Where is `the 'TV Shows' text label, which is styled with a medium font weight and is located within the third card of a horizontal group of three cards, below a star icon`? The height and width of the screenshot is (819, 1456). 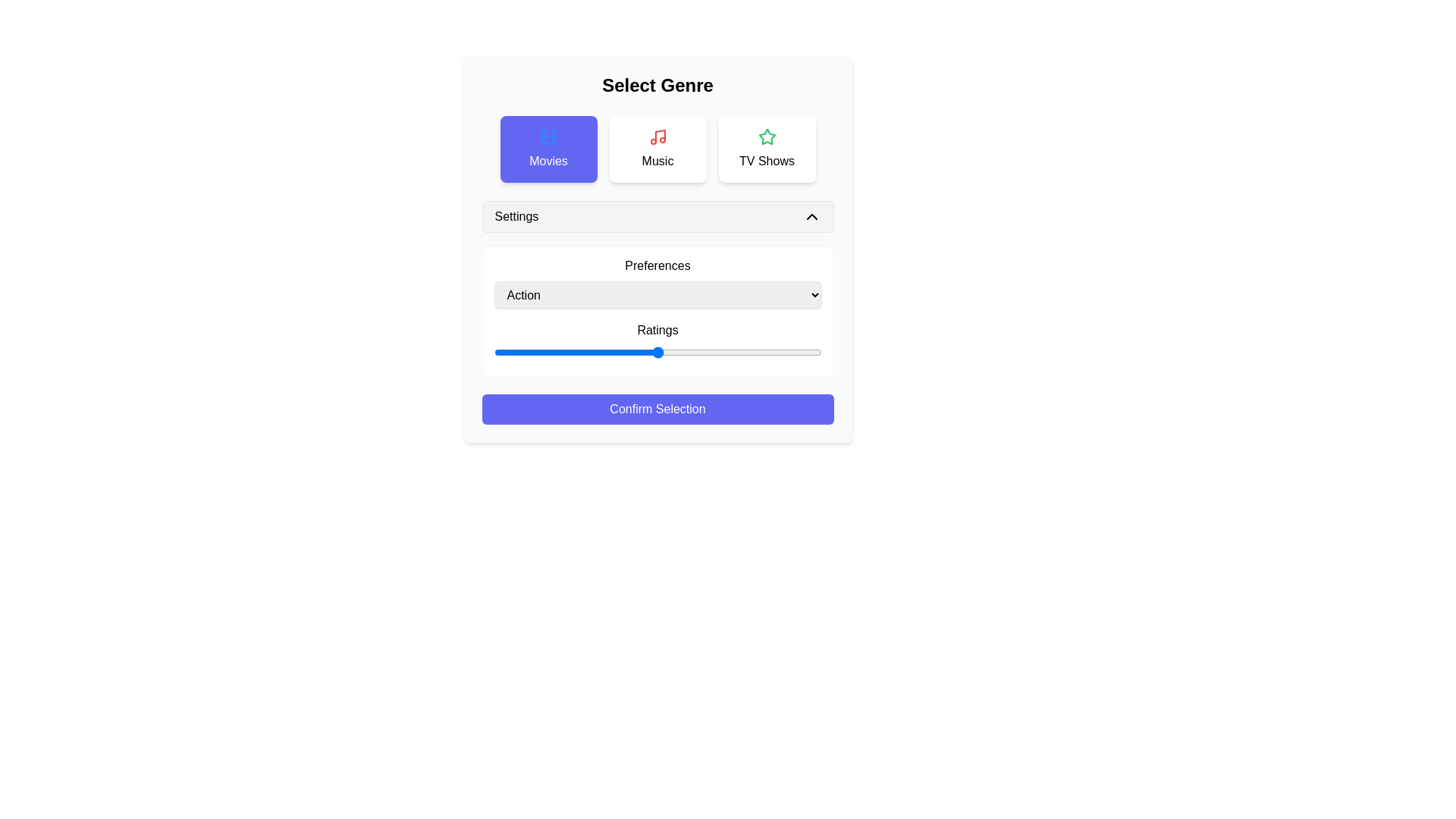
the 'TV Shows' text label, which is styled with a medium font weight and is located within the third card of a horizontal group of three cards, below a star icon is located at coordinates (767, 161).